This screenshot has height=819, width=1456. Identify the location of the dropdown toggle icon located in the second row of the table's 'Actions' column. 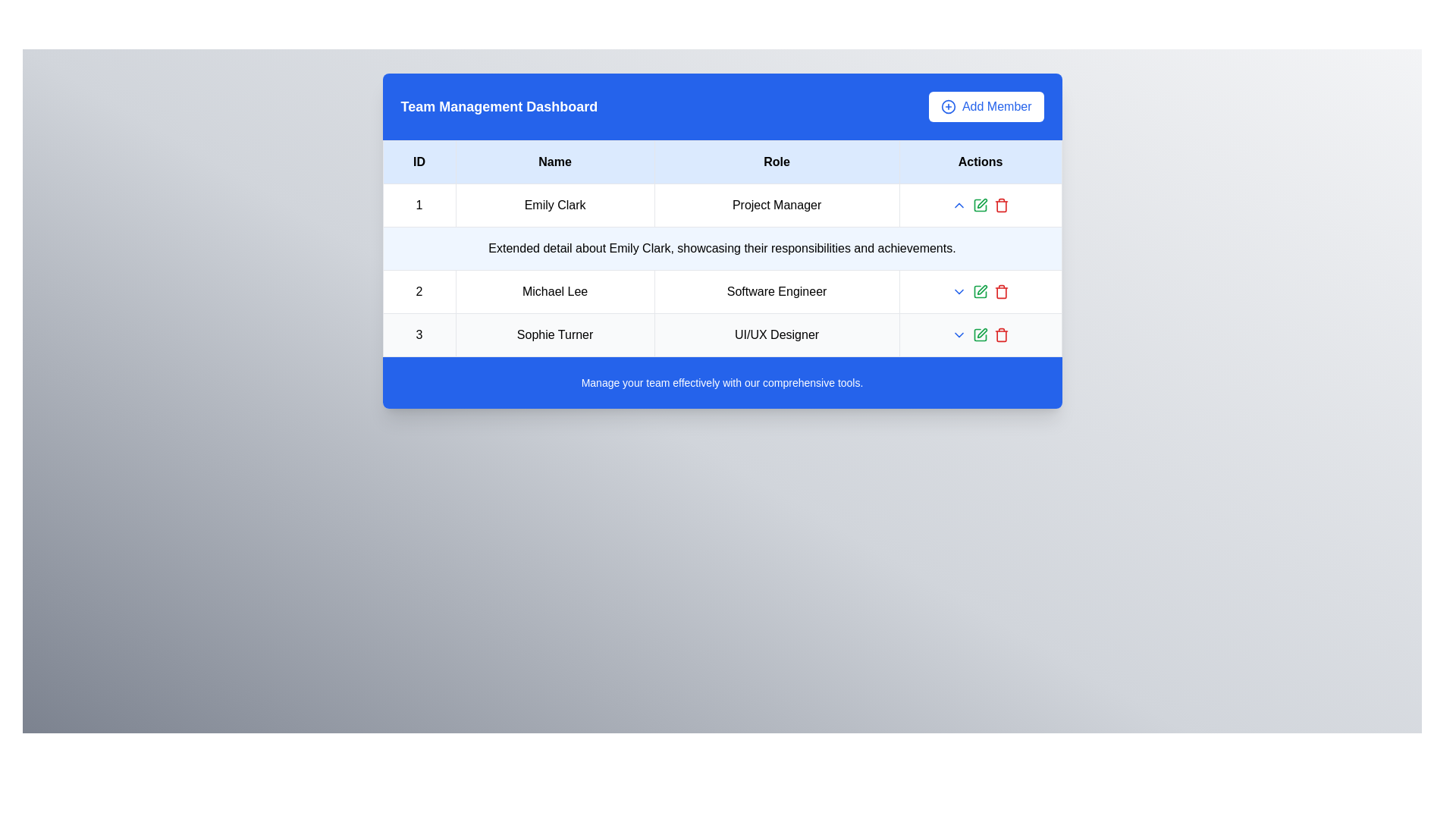
(959, 292).